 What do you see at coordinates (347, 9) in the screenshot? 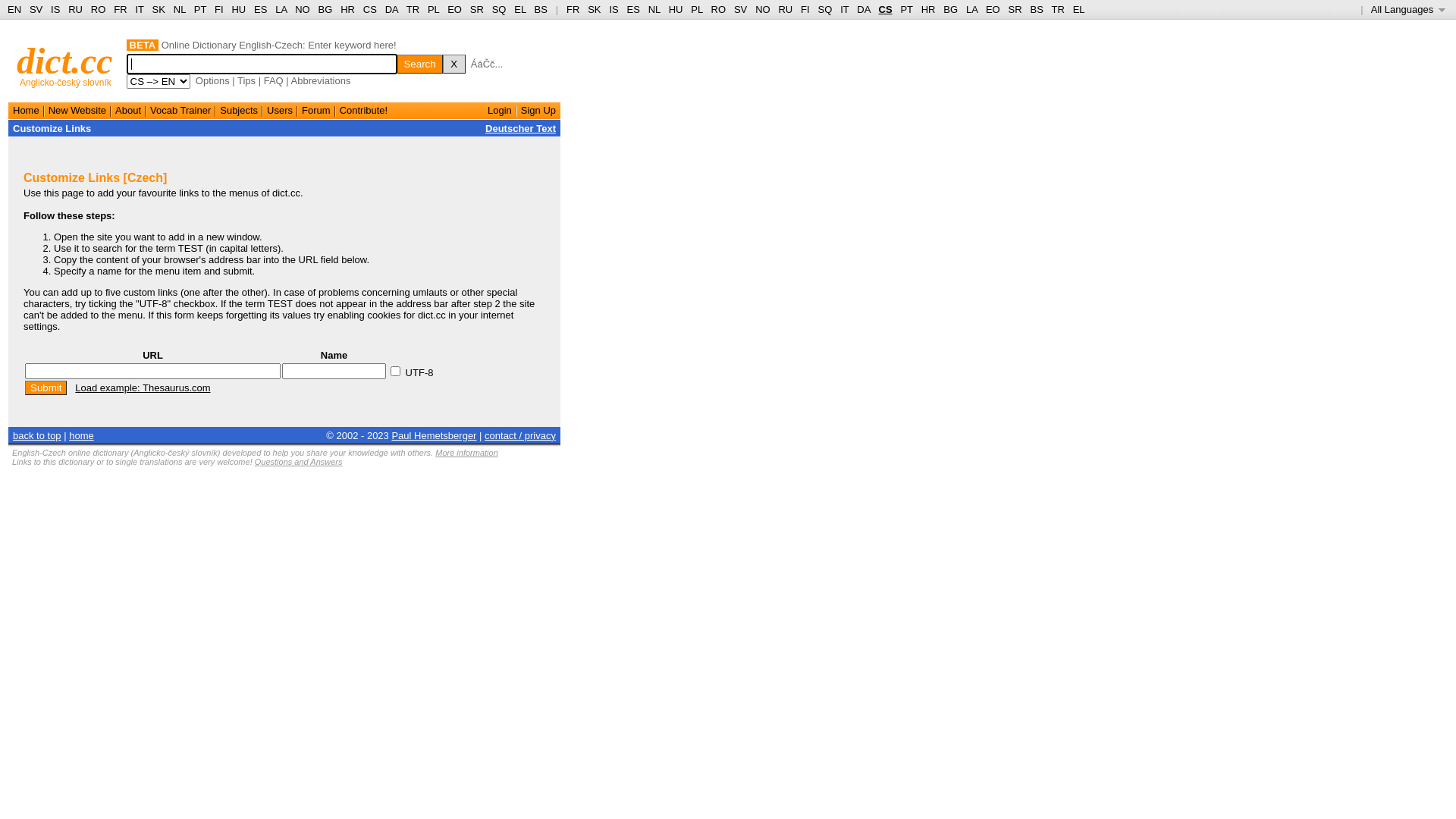
I see `'HR'` at bounding box center [347, 9].